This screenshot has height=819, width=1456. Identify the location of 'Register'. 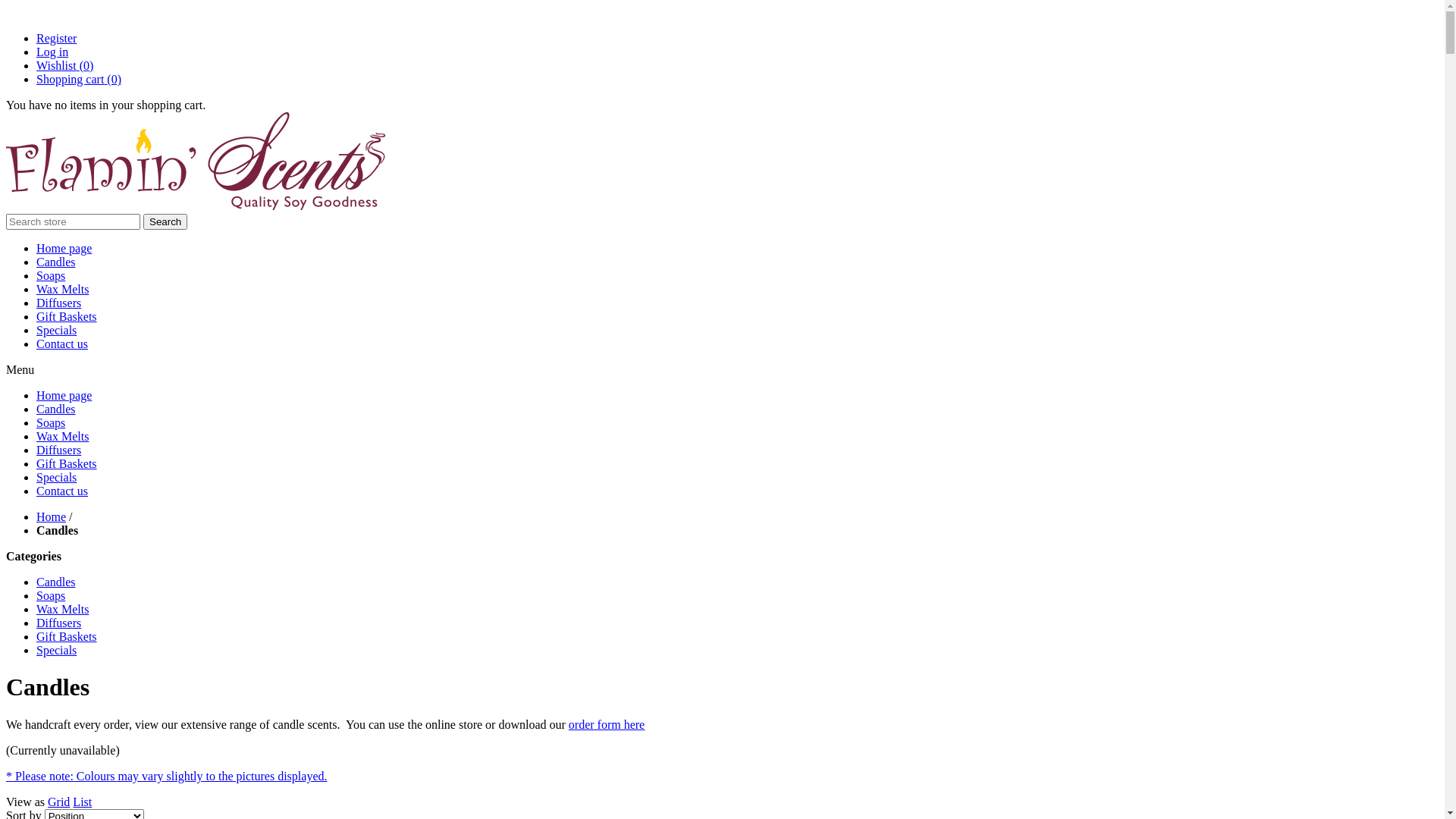
(56, 37).